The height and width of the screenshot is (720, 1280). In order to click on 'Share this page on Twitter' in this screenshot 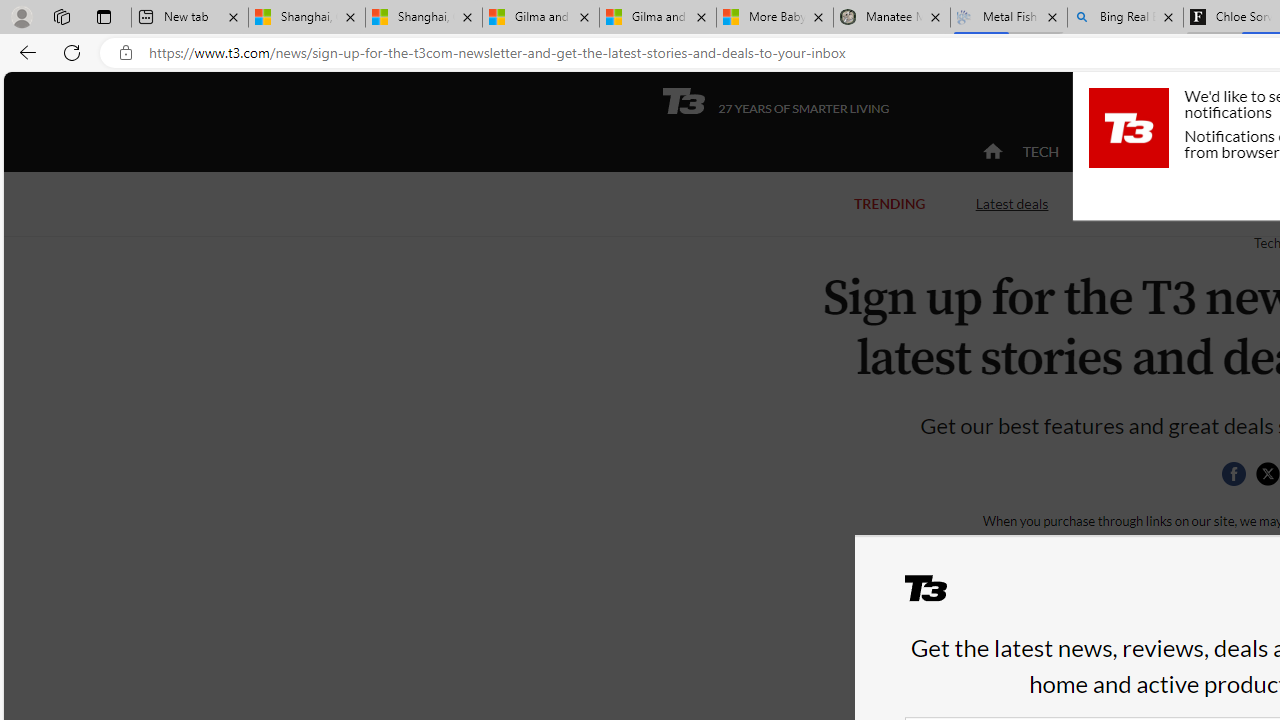, I will do `click(1266, 474)`.